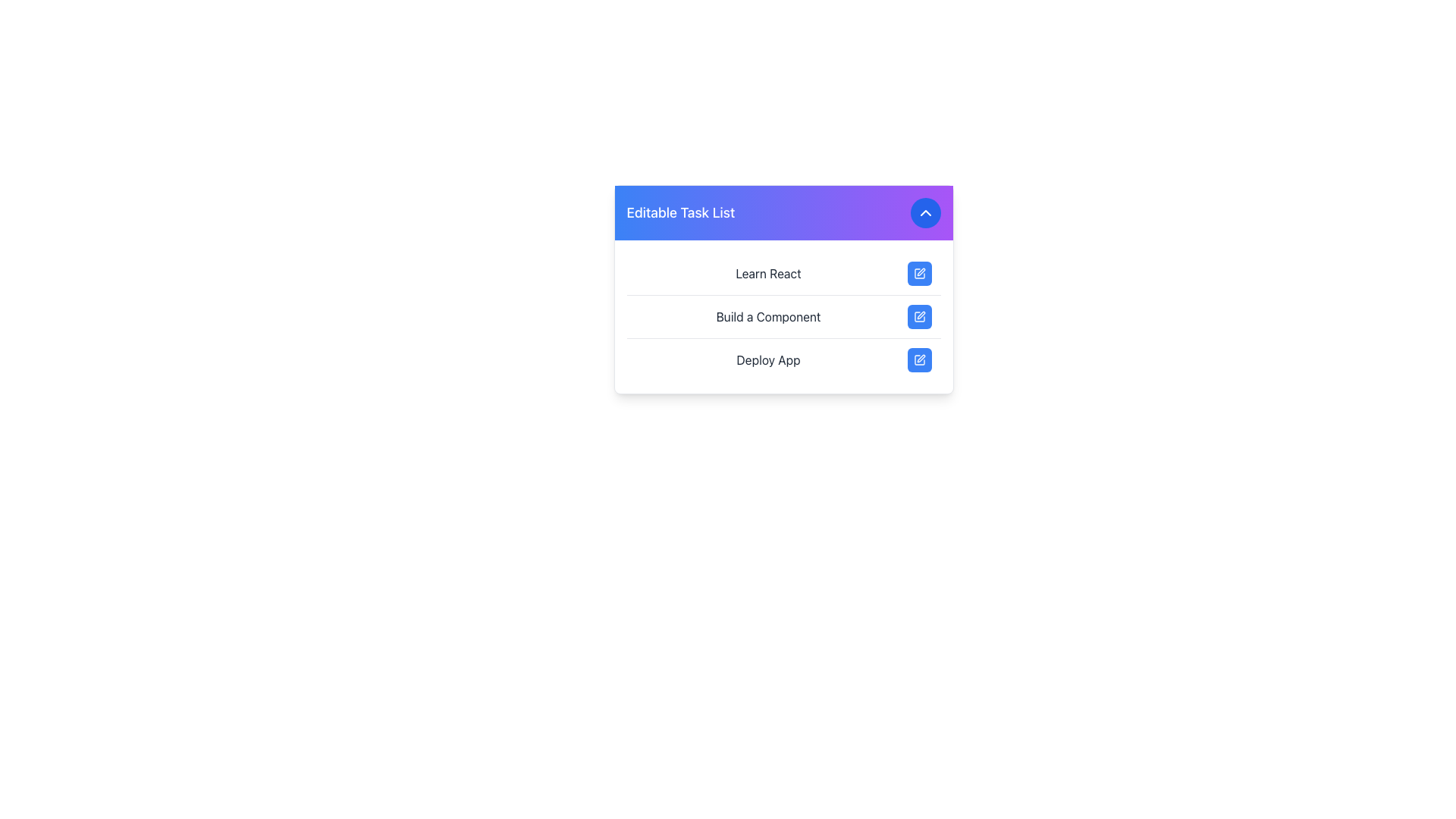  I want to click on the edit icon next to the 'Learn React' task to initiate edit mode, so click(920, 271).